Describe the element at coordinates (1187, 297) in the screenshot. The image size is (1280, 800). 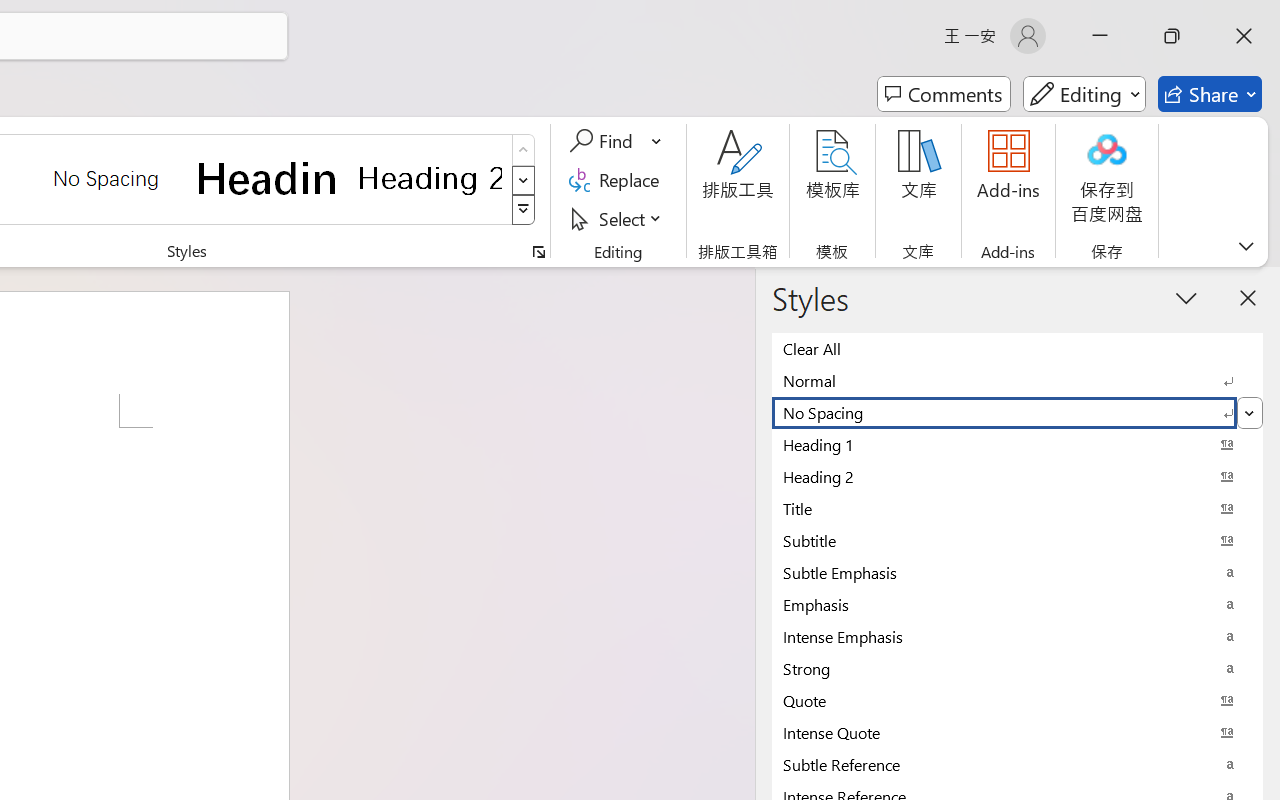
I see `'Task Pane Options'` at that location.